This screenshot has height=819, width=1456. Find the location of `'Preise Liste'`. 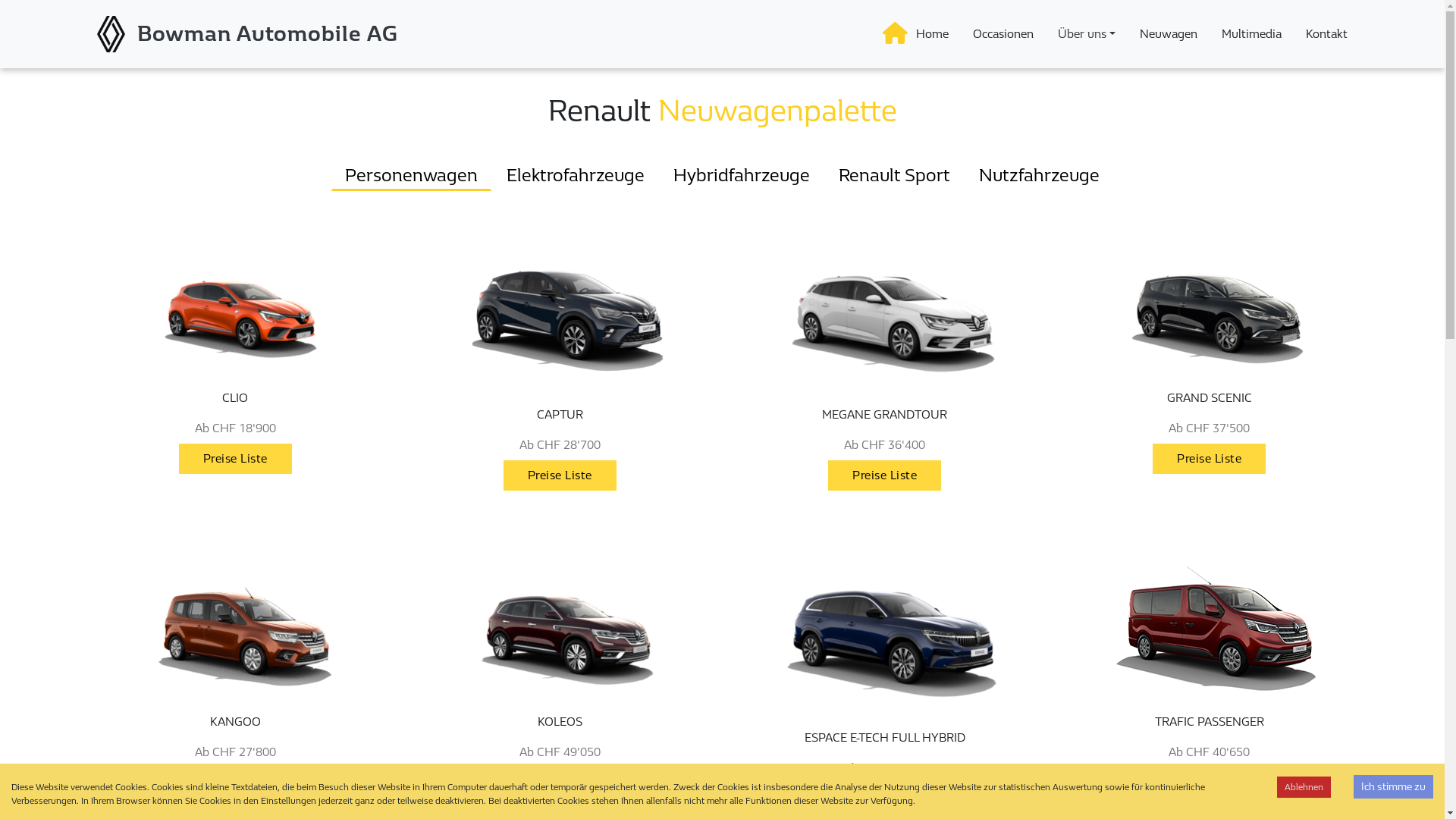

'Preise Liste' is located at coordinates (1208, 783).